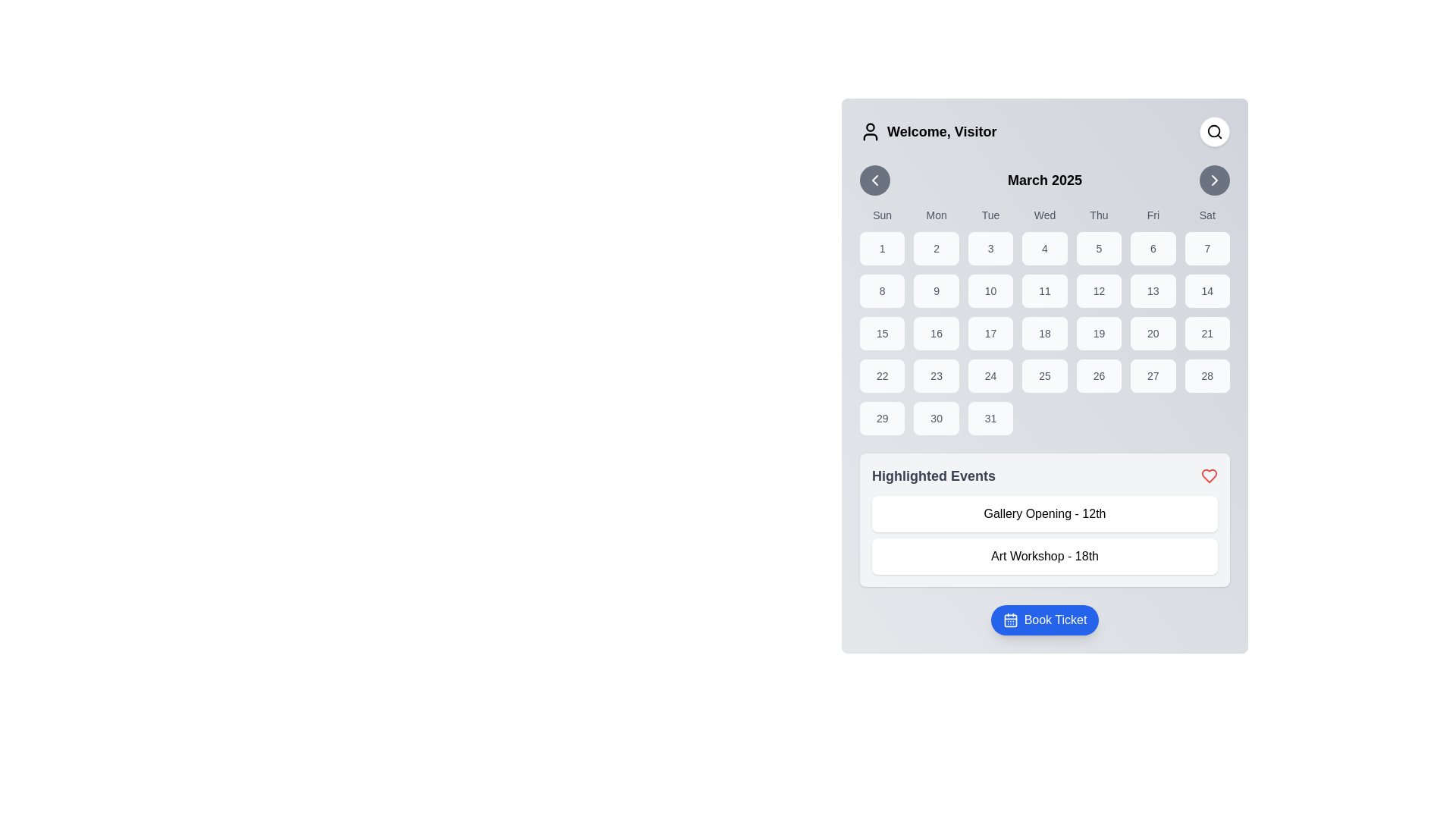  I want to click on the magnifying glass icon located in the top right corner of the interface within a rounded square button, so click(1215, 130).